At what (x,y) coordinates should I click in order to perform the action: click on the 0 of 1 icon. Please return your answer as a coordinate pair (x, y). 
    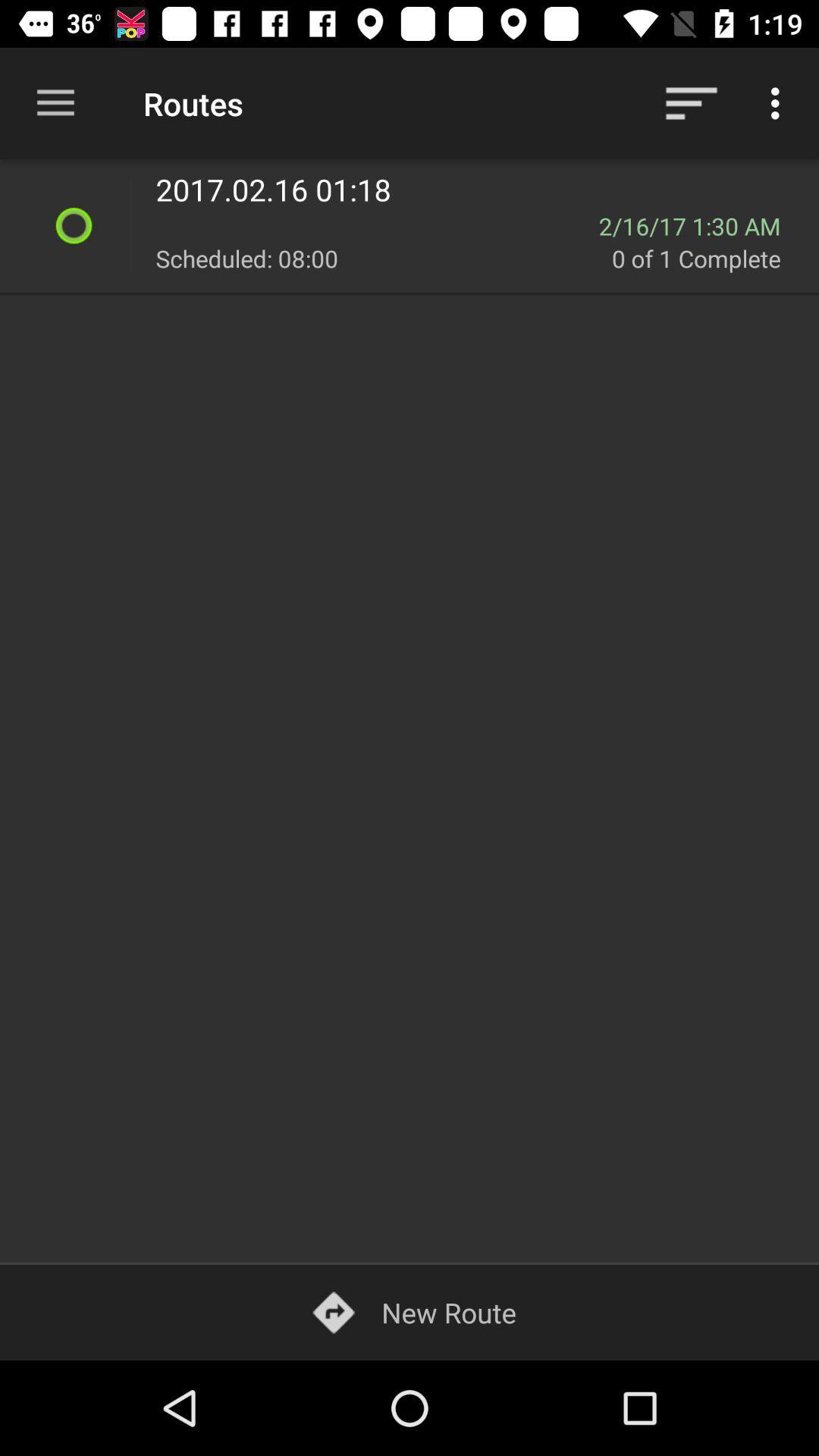
    Looking at the image, I should click on (706, 258).